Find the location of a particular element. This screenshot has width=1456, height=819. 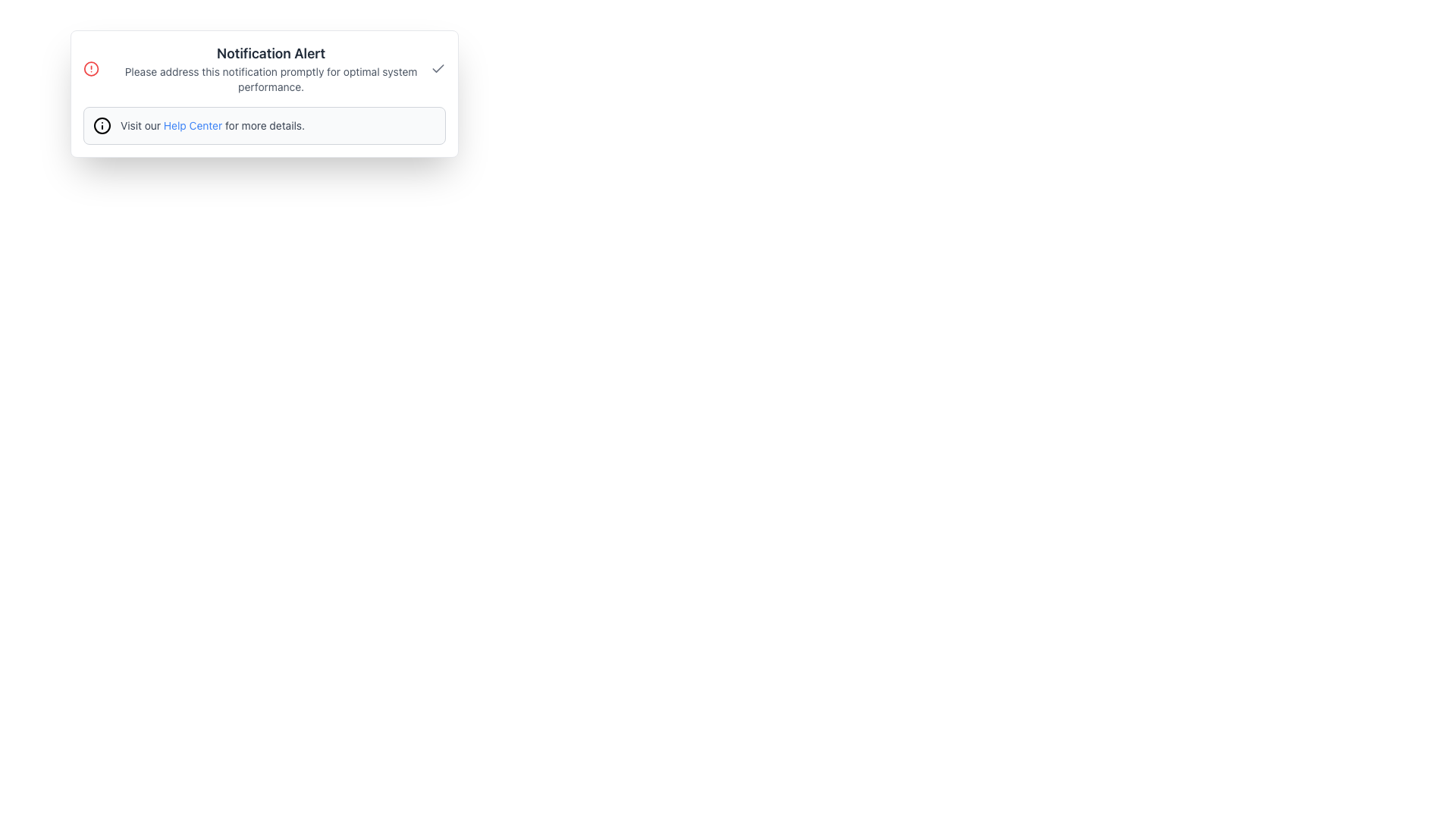

the informative text label that conveys the importance of addressing a notification, located below 'Notification Alert' and above additional instructions is located at coordinates (271, 79).